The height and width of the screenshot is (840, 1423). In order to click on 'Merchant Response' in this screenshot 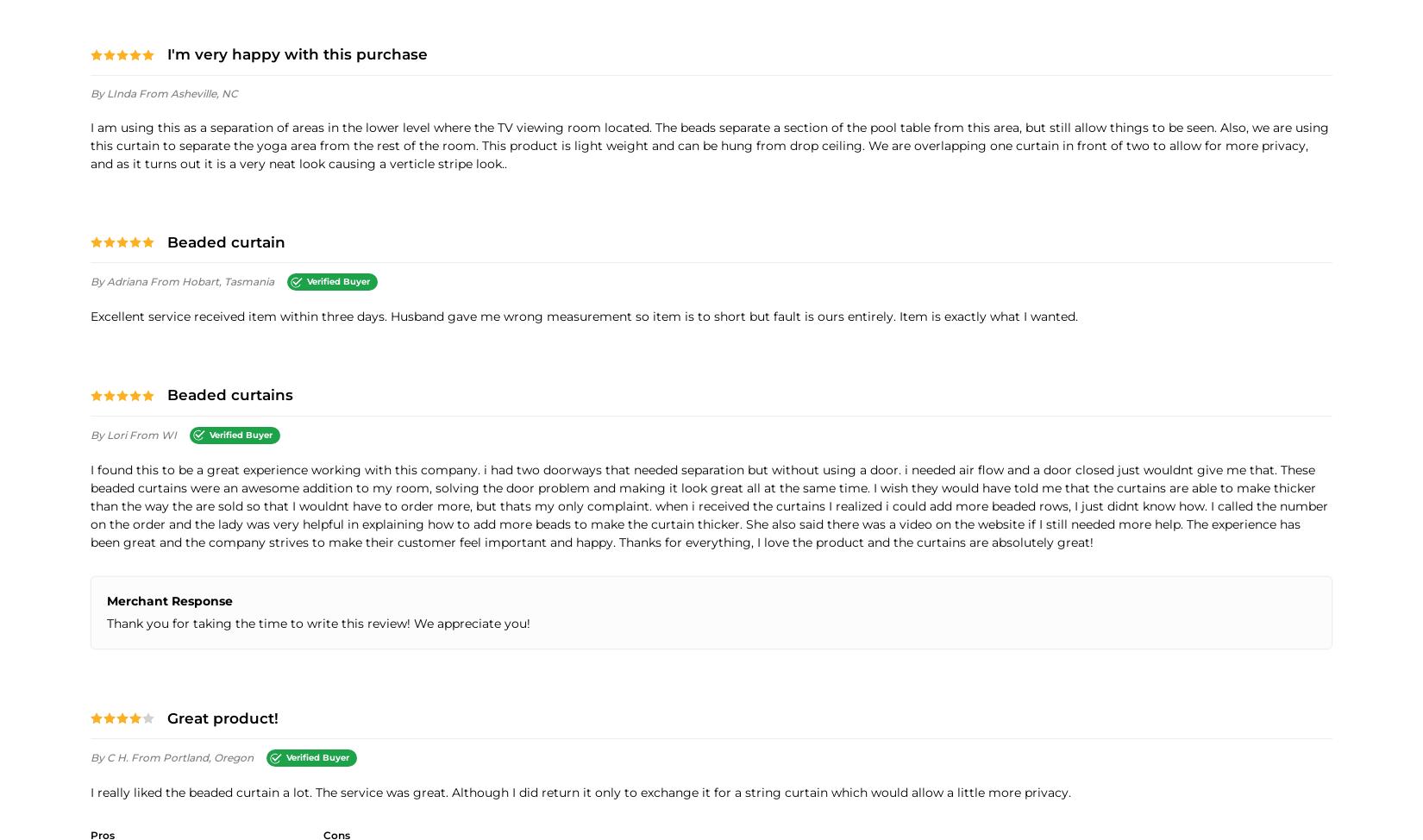, I will do `click(170, 600)`.